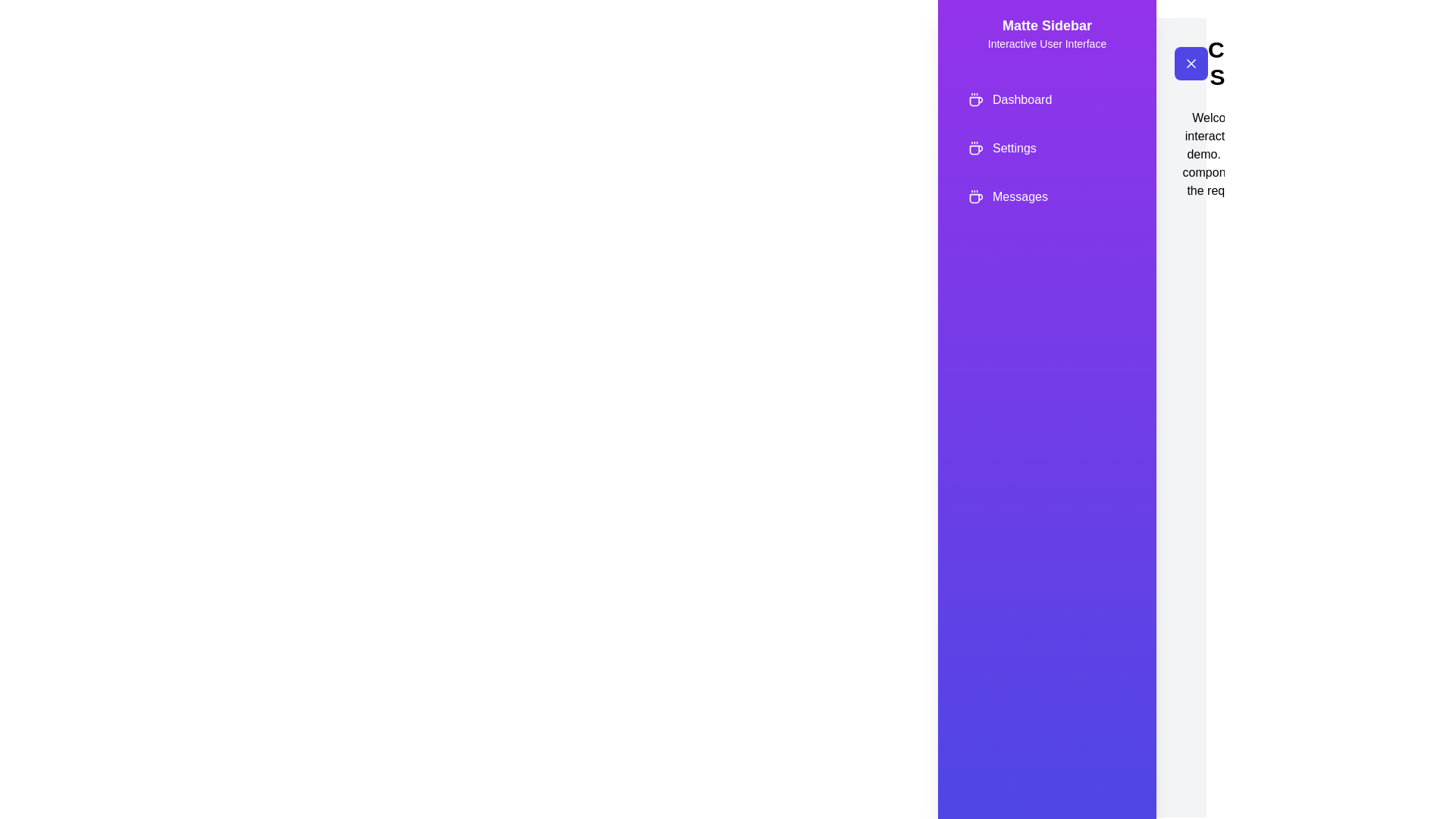 Image resolution: width=1456 pixels, height=819 pixels. Describe the element at coordinates (1020, 196) in the screenshot. I see `the text label displaying 'Messages' located in the vertical sidebar on the right side of the interface, below 'Dashboard' and 'Settings'` at that location.